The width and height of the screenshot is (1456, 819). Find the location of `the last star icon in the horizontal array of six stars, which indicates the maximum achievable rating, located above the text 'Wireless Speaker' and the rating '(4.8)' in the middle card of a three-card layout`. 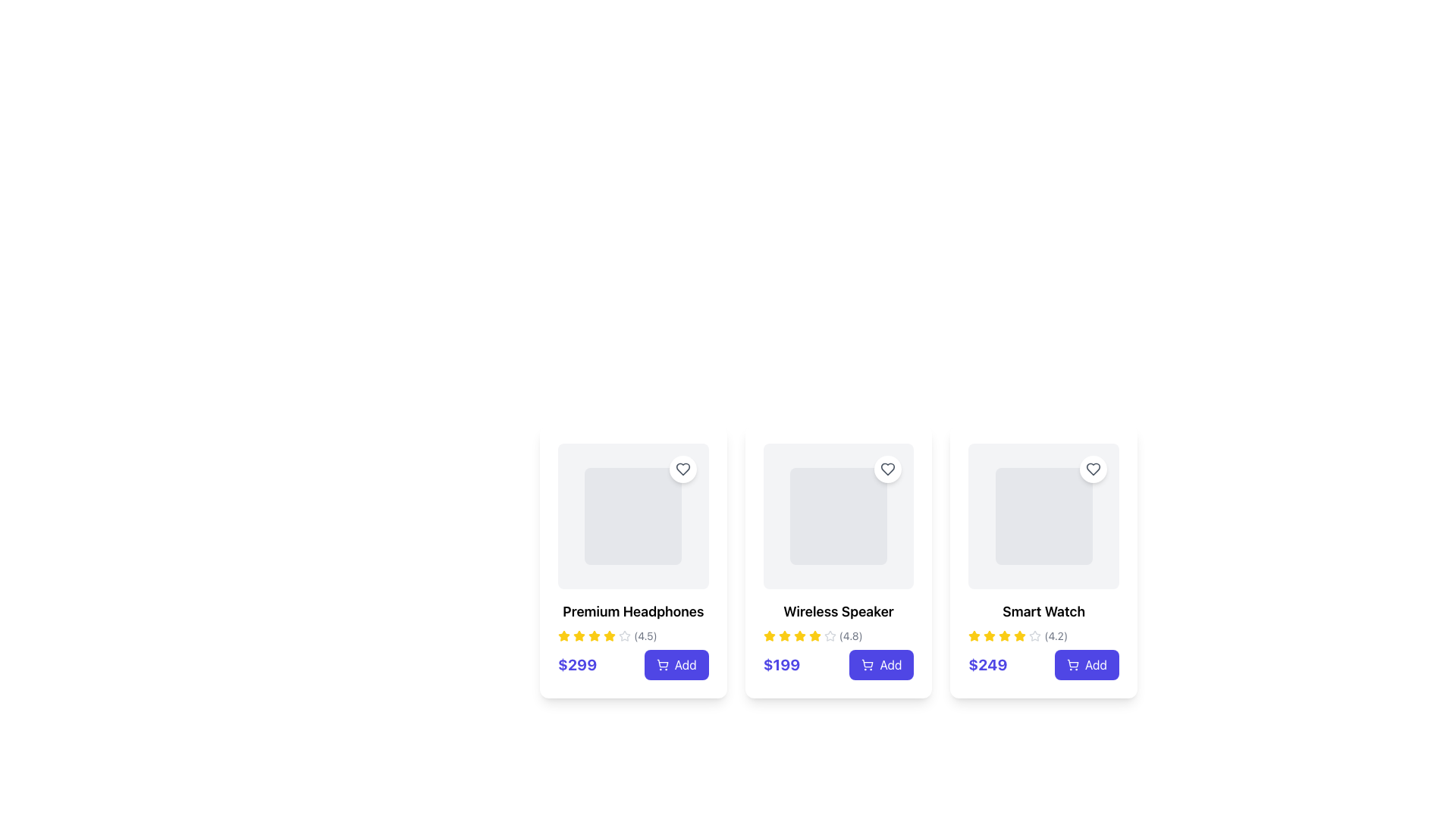

the last star icon in the horizontal array of six stars, which indicates the maximum achievable rating, located above the text 'Wireless Speaker' and the rating '(4.8)' in the middle card of a three-card layout is located at coordinates (829, 636).